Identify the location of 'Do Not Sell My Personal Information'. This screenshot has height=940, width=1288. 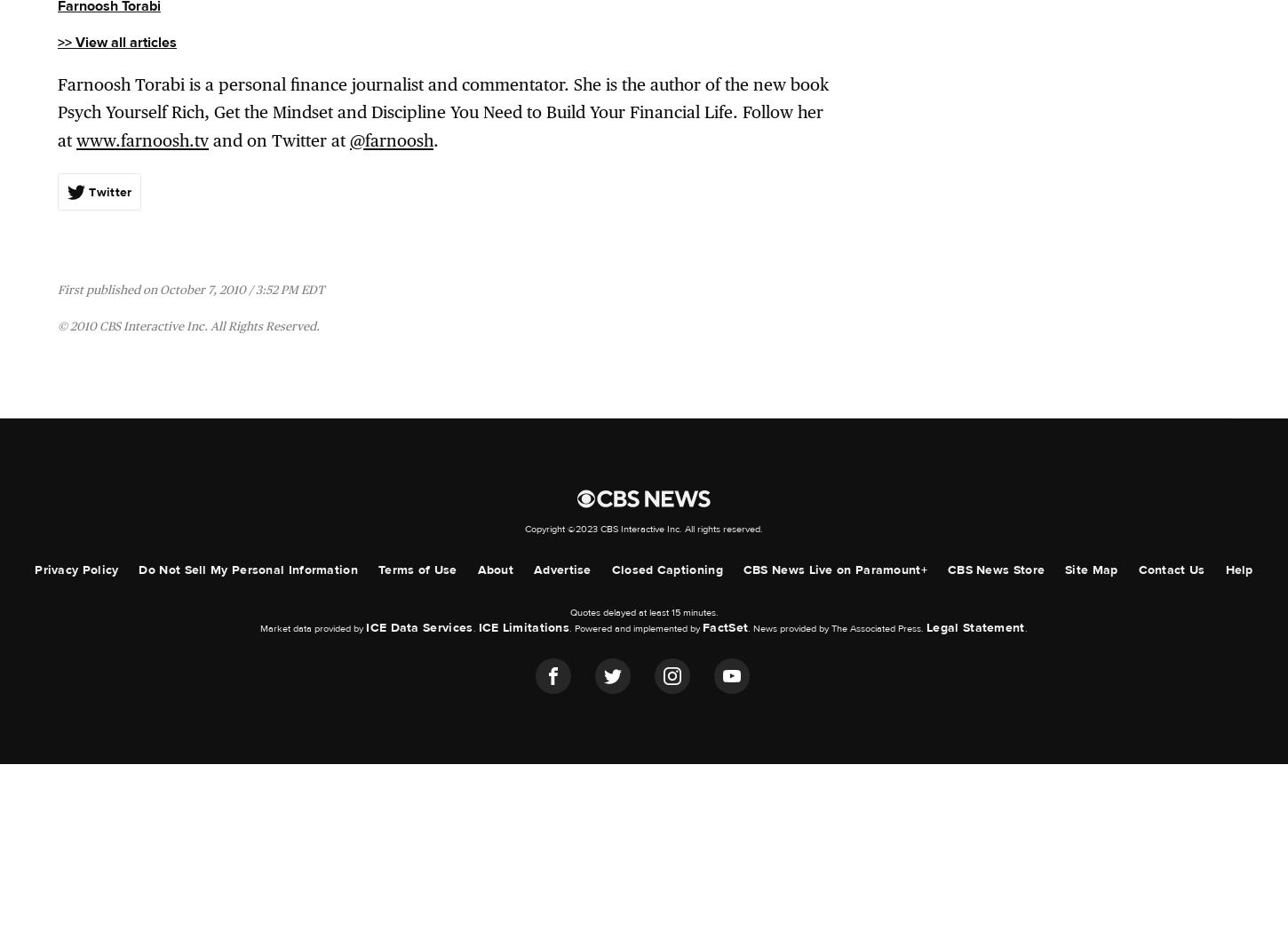
(247, 569).